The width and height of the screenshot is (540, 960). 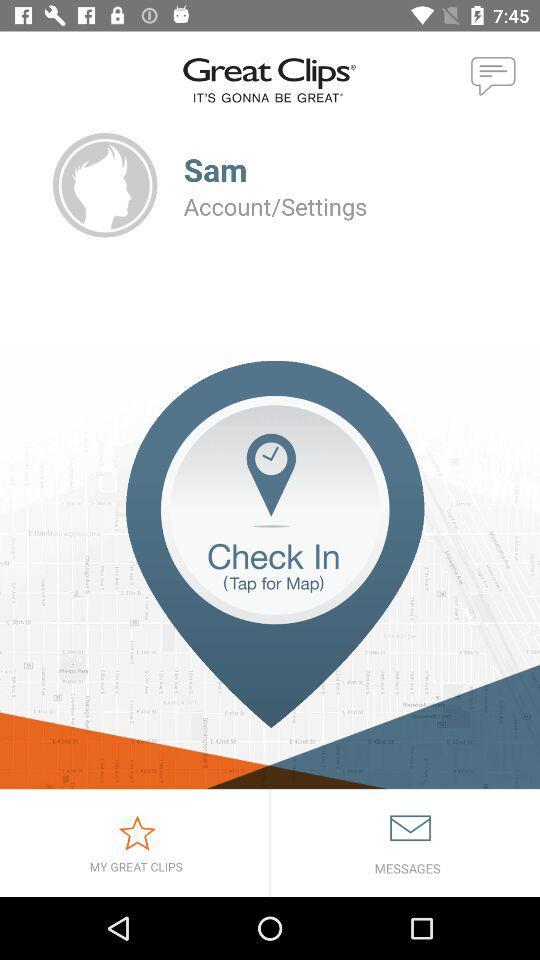 I want to click on to send a message, so click(x=493, y=77).